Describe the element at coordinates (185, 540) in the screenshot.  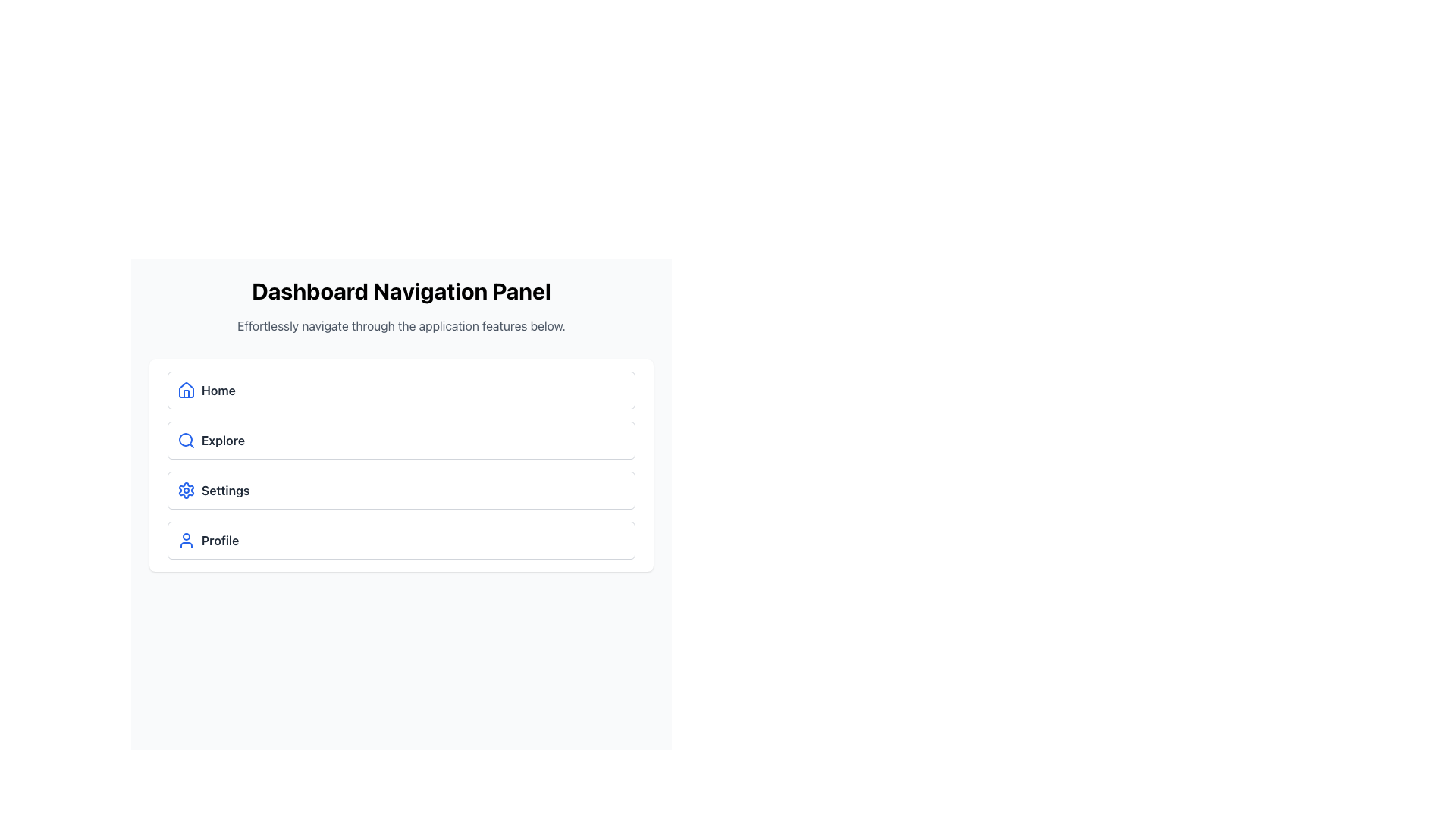
I see `the 'Profile' button which contains a user silhouette icon on the left side, located at the bottom of the navigation panel` at that location.